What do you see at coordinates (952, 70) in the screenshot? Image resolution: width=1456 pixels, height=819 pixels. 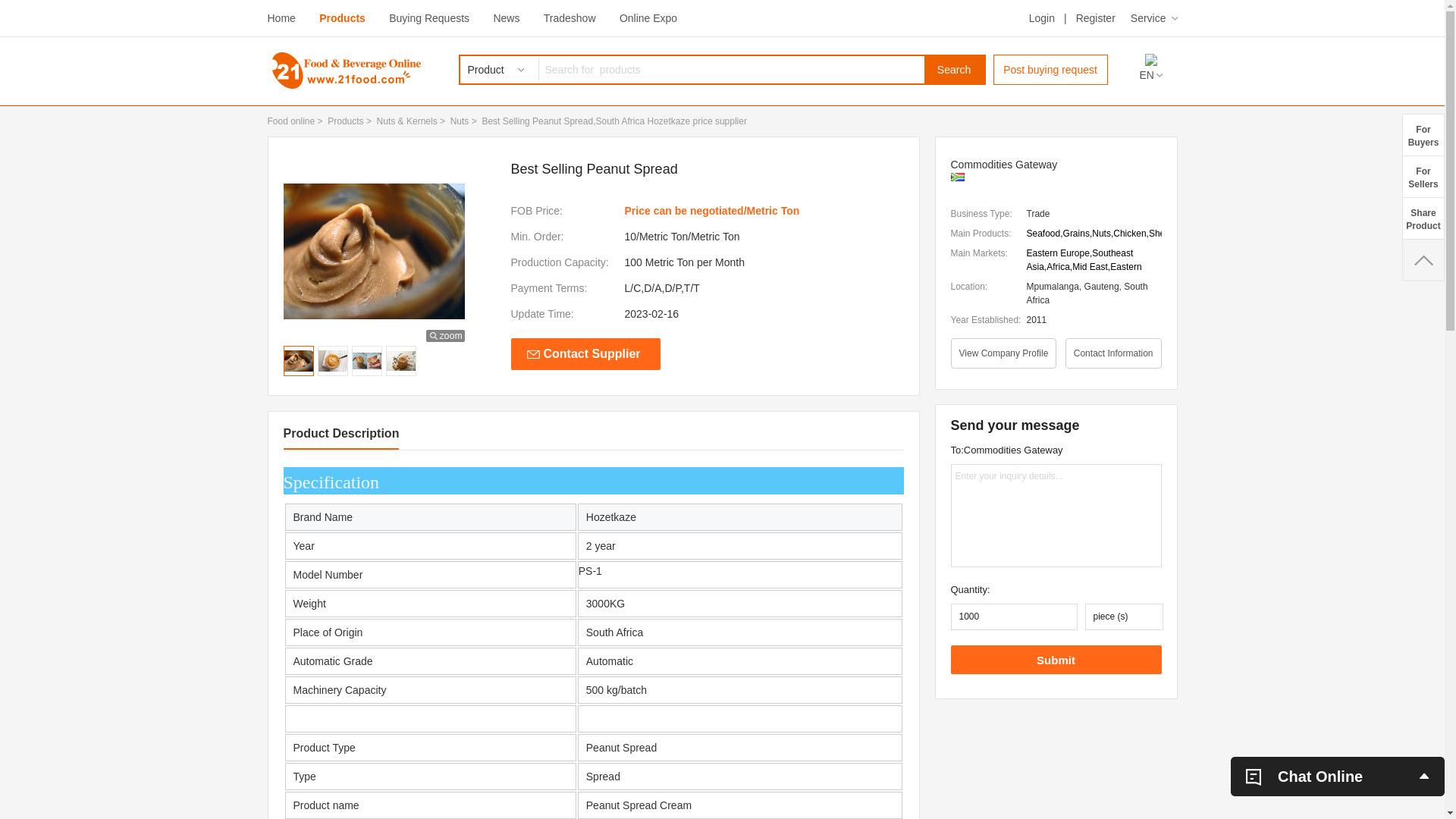 I see `'Search'` at bounding box center [952, 70].